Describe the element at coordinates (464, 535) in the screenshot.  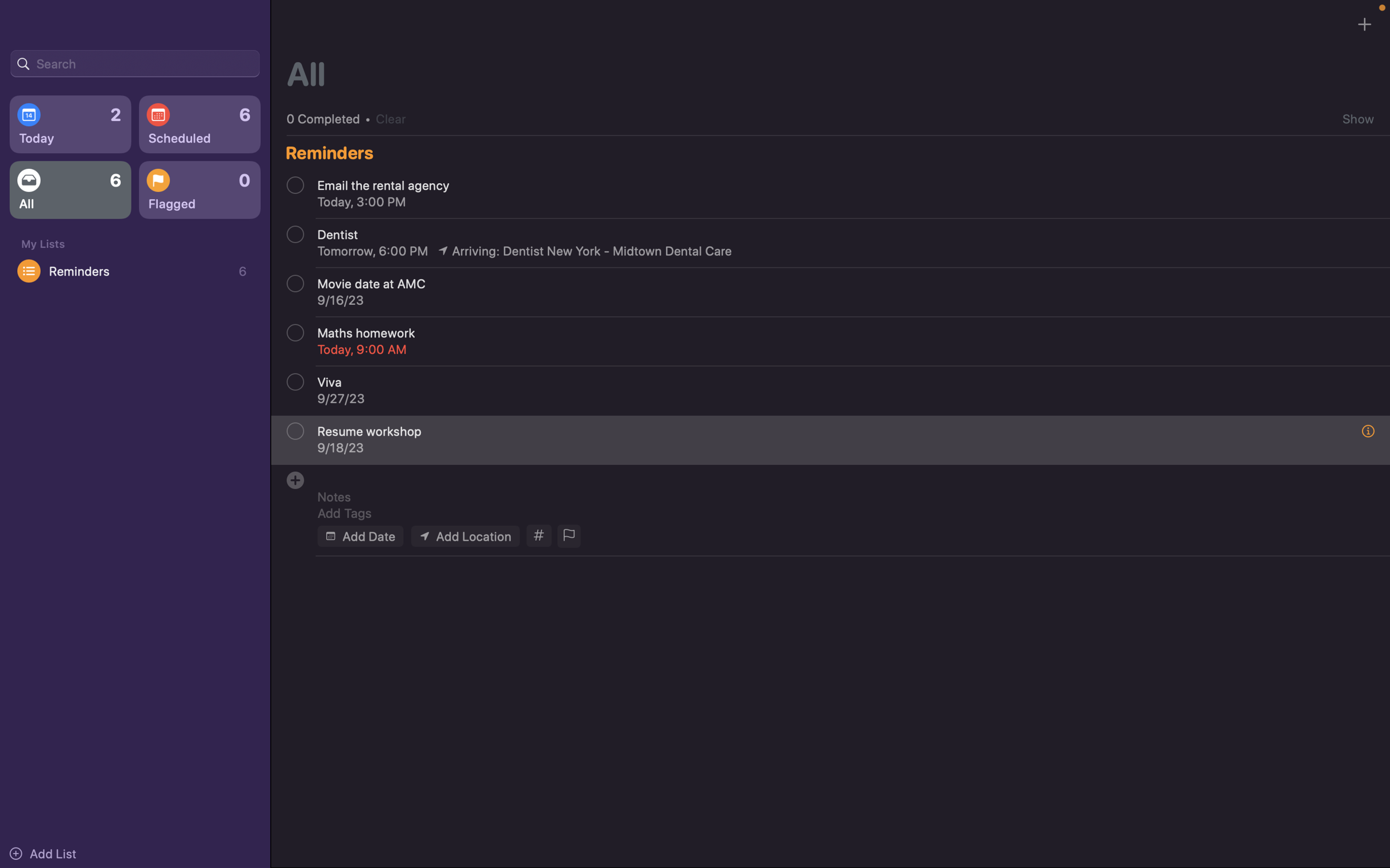
I see `Add location of the event as "Carnegie Mellon University"` at that location.